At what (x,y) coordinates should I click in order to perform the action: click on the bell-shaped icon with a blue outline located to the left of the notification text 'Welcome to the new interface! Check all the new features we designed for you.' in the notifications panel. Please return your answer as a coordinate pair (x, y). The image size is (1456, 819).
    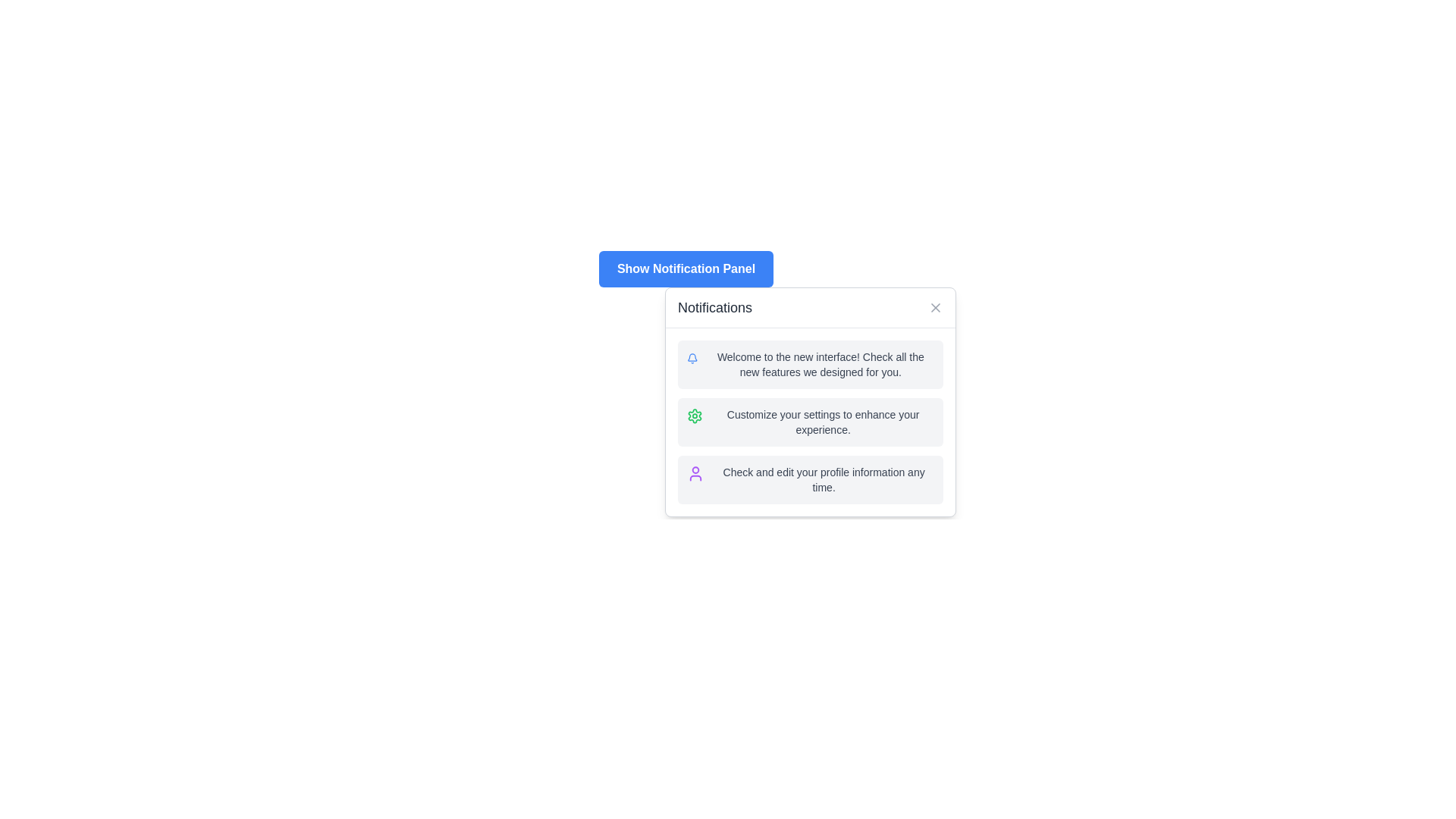
    Looking at the image, I should click on (692, 359).